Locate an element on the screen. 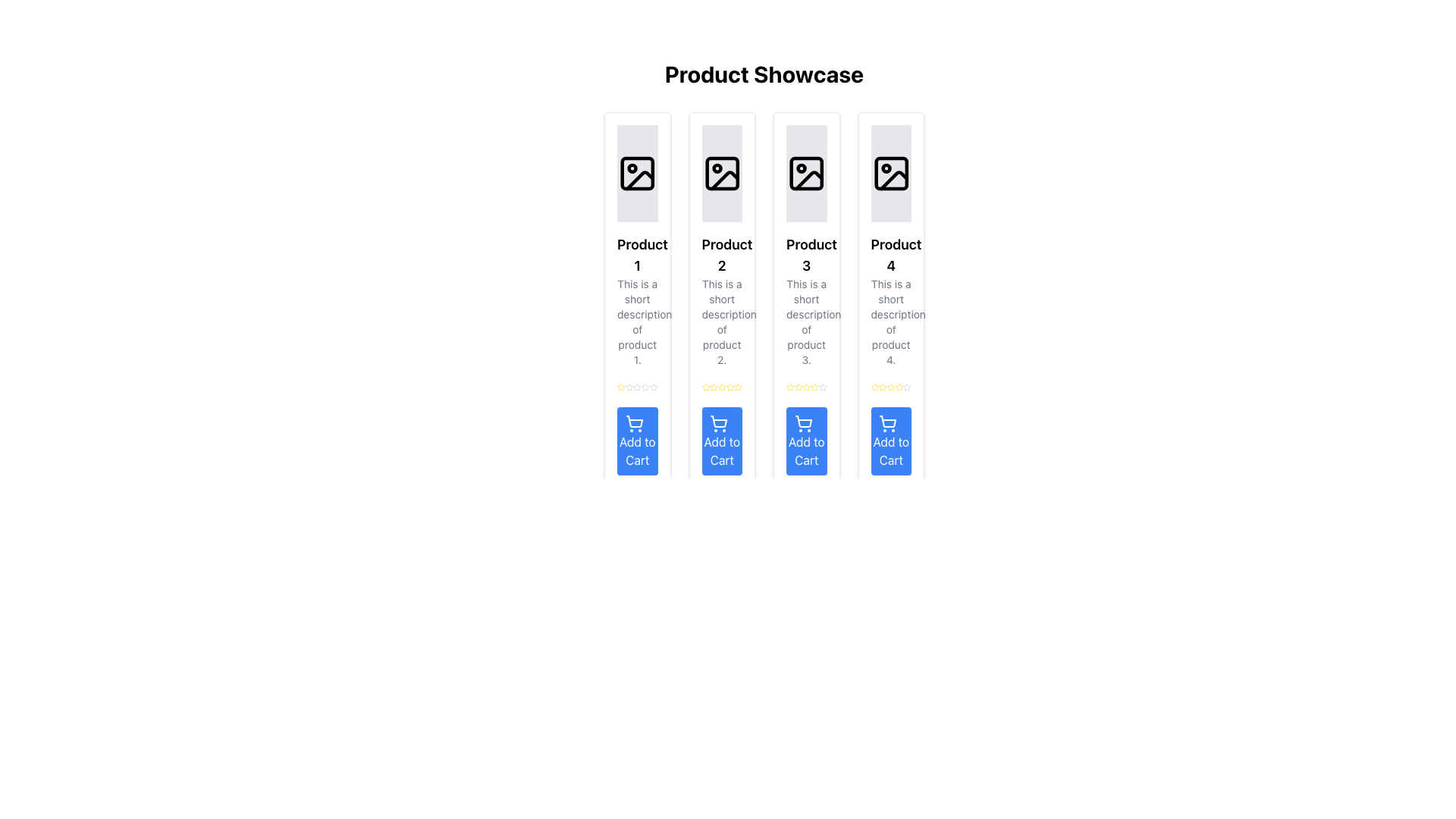  the second star in the five-point rating system for 'Product 3' to rate it is located at coordinates (822, 386).